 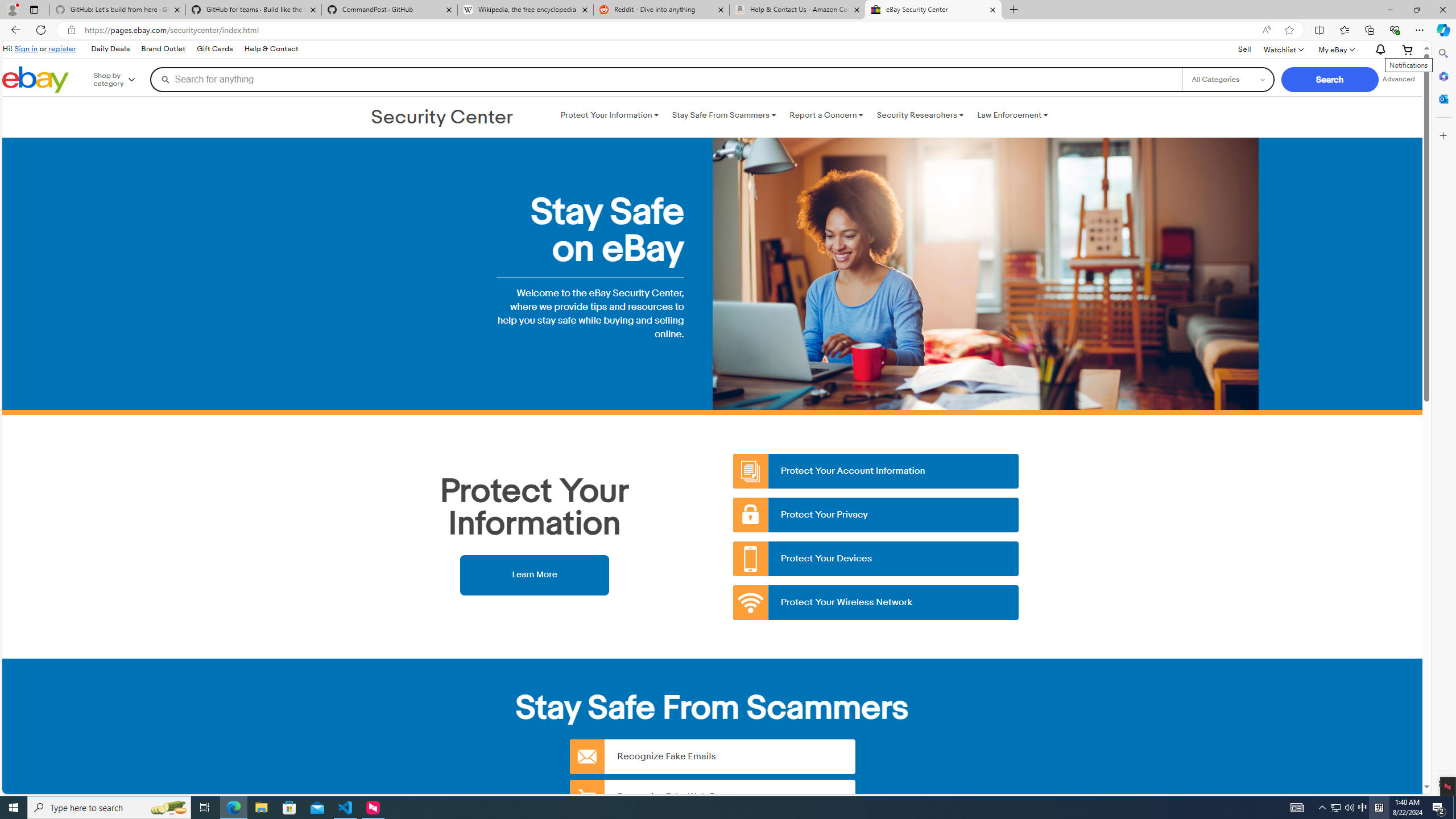 I want to click on 'Gift Cards', so click(x=214, y=48).